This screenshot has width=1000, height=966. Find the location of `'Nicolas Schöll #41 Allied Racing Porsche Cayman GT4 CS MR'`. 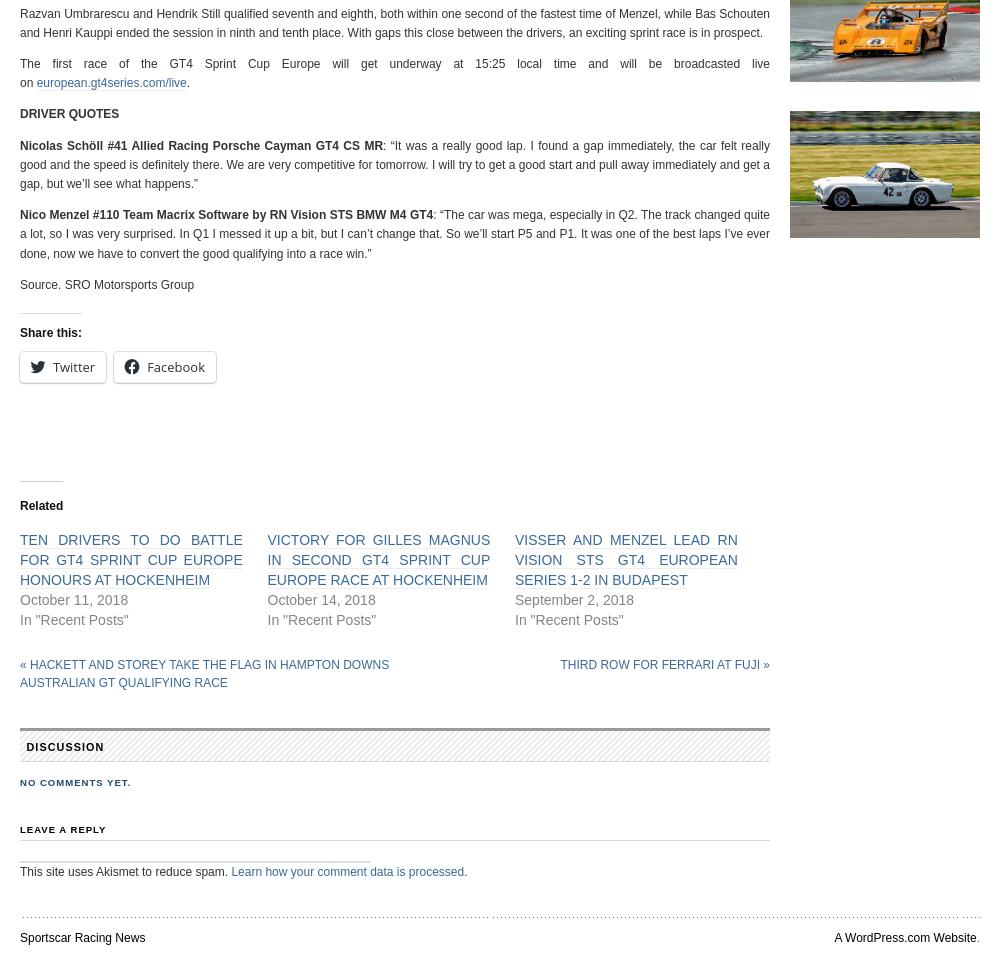

'Nicolas Schöll #41 Allied Racing Porsche Cayman GT4 CS MR' is located at coordinates (20, 143).